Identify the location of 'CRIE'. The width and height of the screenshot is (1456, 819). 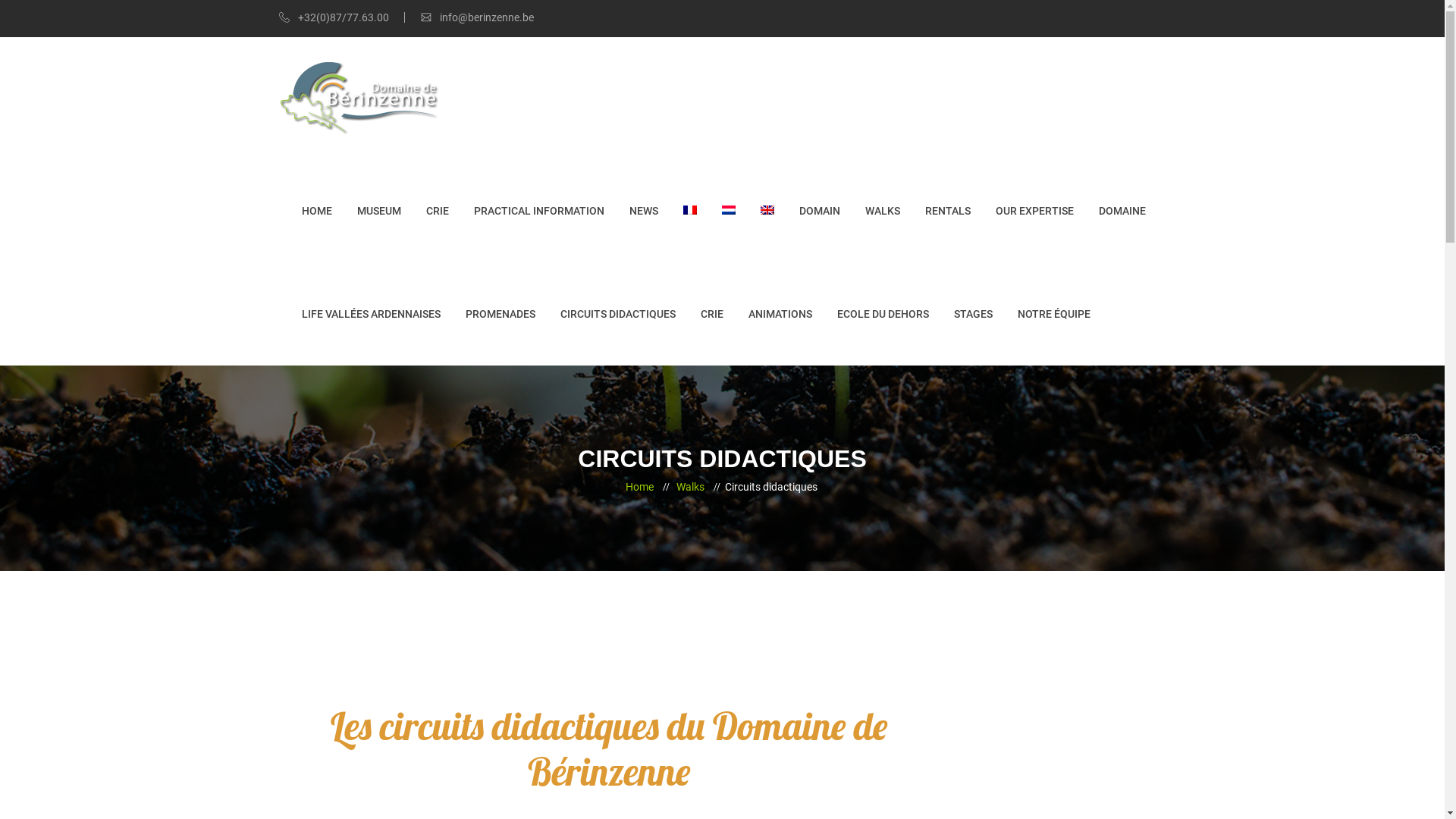
(711, 312).